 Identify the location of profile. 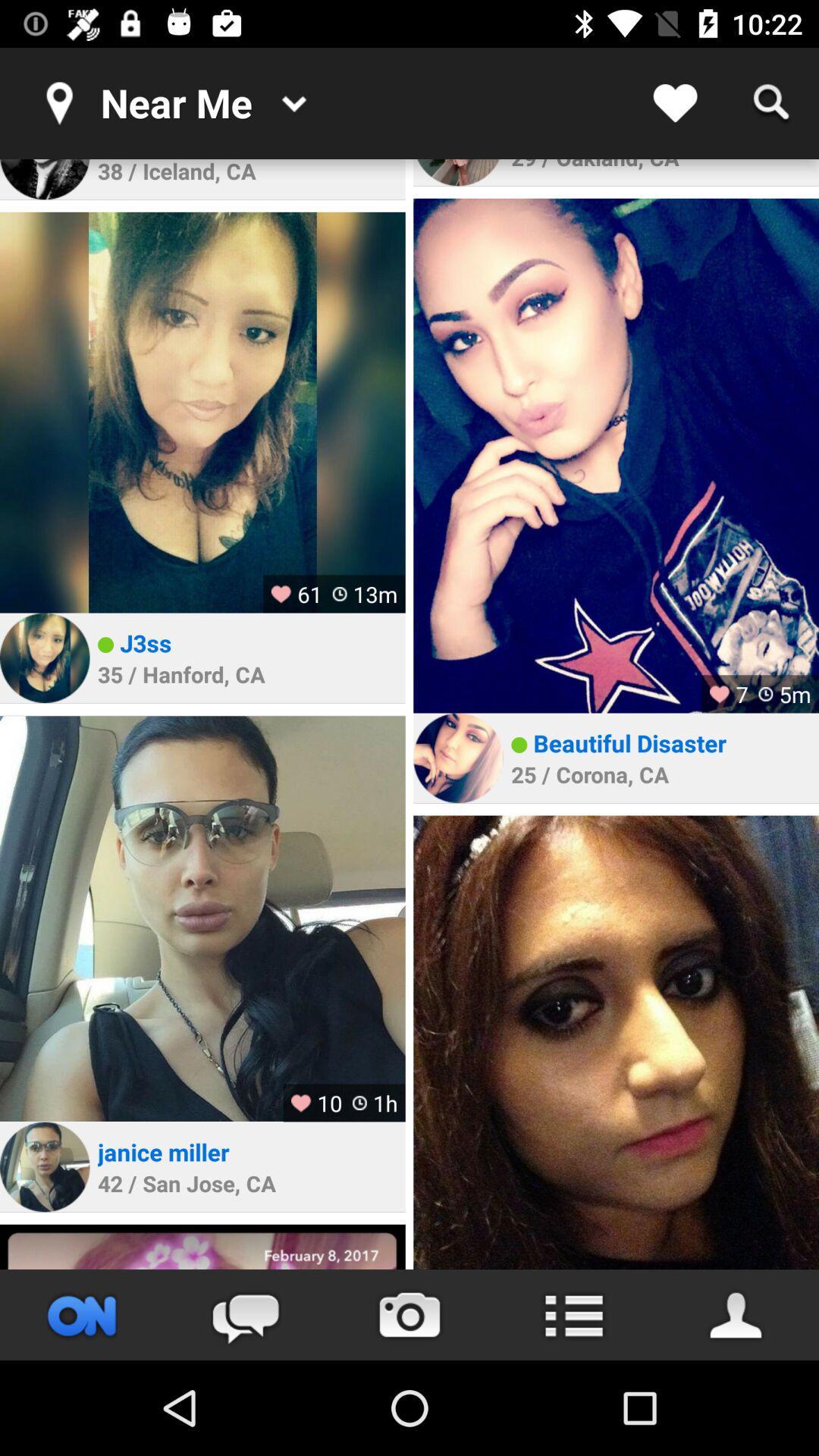
(736, 1314).